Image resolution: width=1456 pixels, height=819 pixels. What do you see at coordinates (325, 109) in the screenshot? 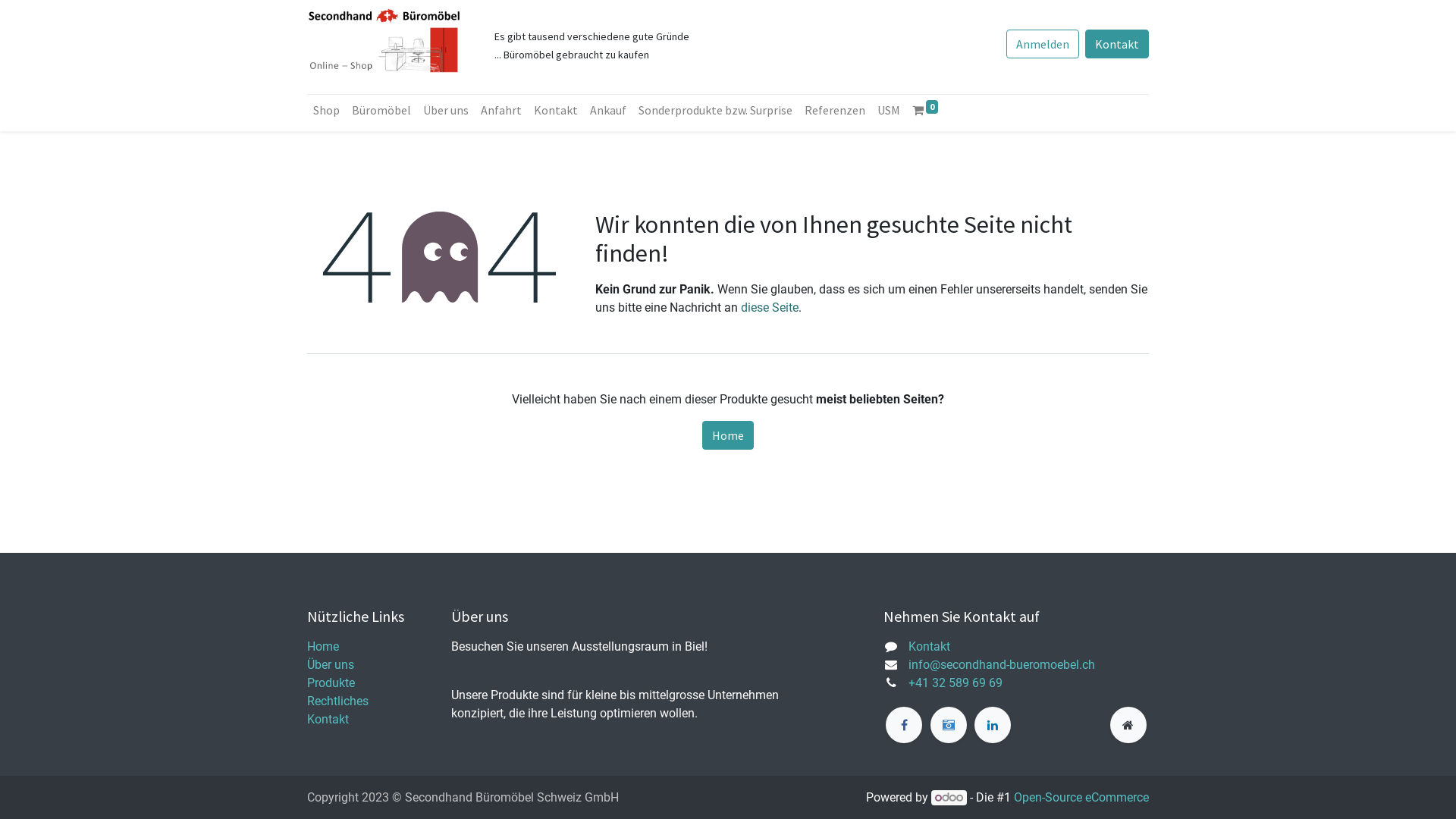
I see `'Shop'` at bounding box center [325, 109].